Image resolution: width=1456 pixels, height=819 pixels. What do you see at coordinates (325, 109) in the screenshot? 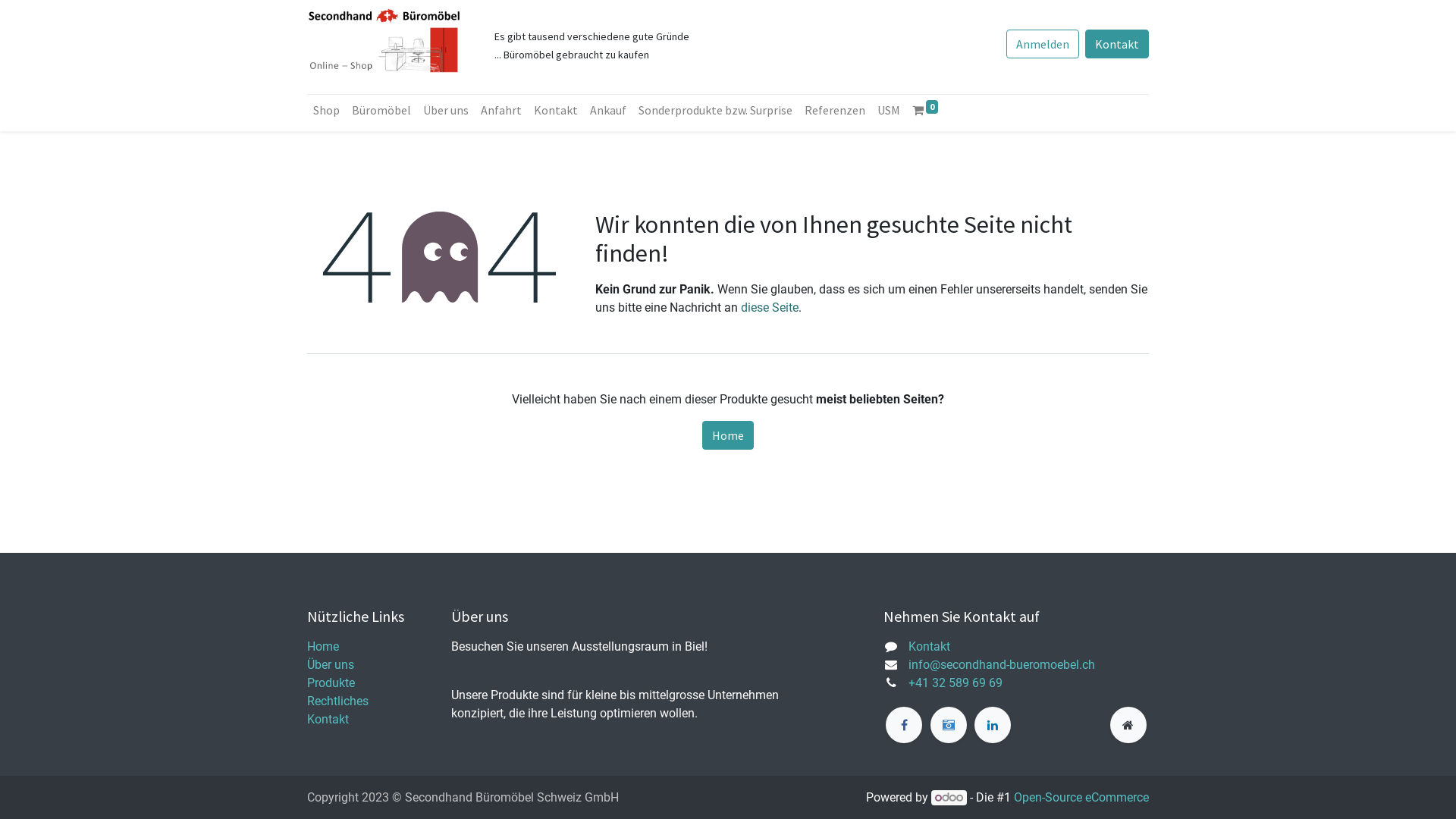
I see `'Shop'` at bounding box center [325, 109].